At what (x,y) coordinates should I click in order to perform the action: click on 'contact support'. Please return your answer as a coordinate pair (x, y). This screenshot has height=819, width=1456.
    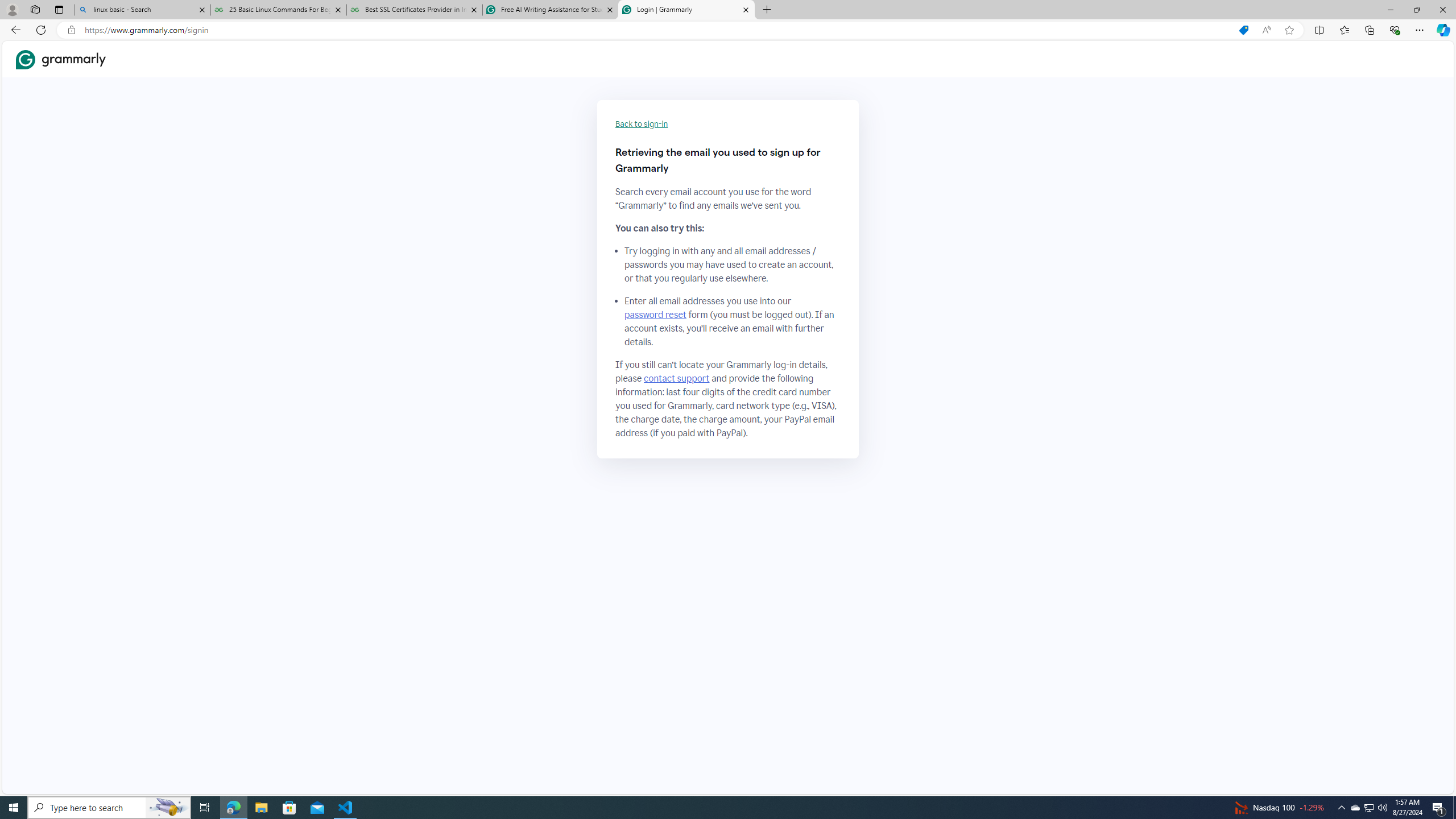
    Looking at the image, I should click on (677, 379).